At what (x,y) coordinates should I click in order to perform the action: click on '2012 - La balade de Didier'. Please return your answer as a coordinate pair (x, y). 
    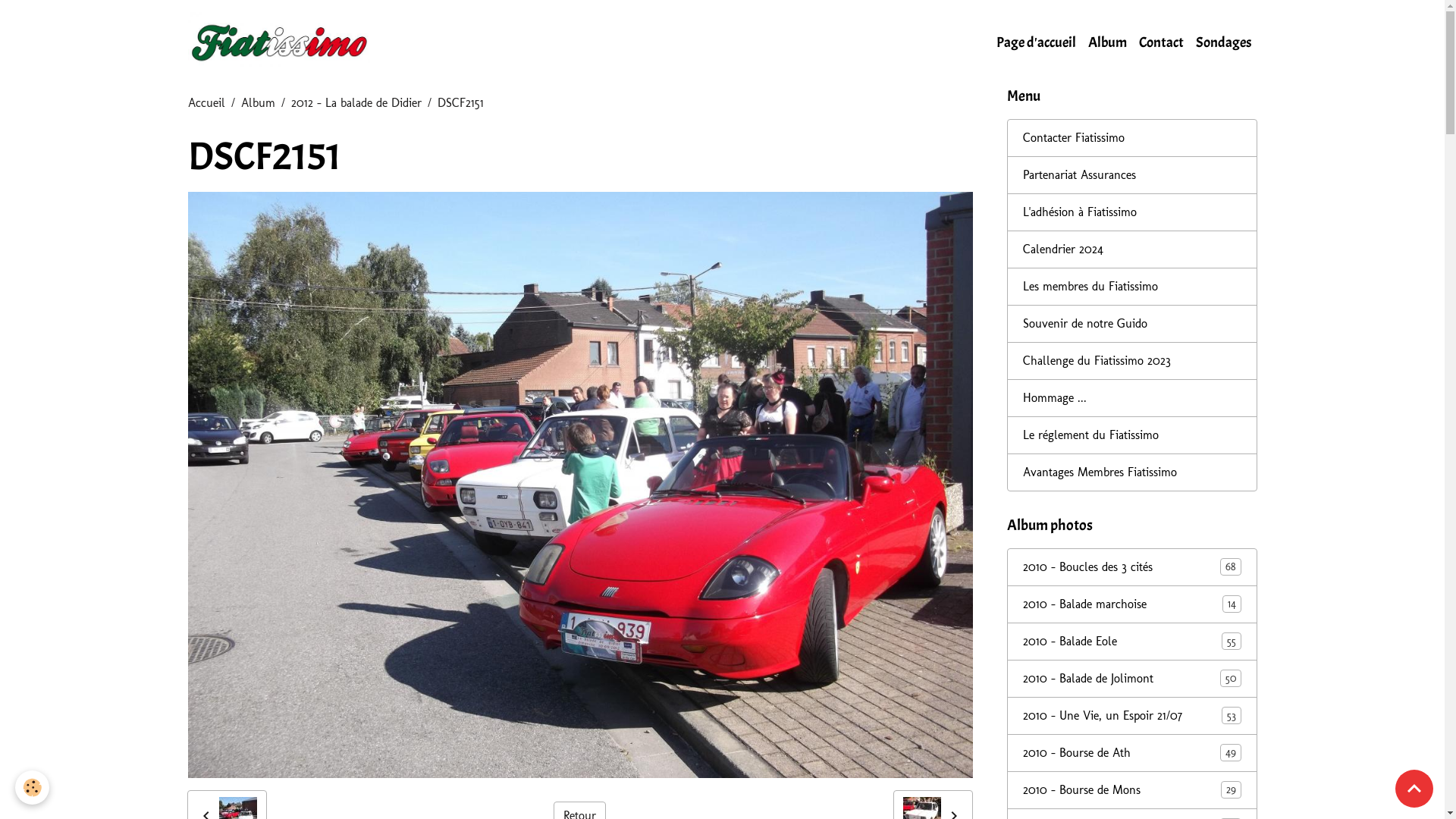
    Looking at the image, I should click on (291, 102).